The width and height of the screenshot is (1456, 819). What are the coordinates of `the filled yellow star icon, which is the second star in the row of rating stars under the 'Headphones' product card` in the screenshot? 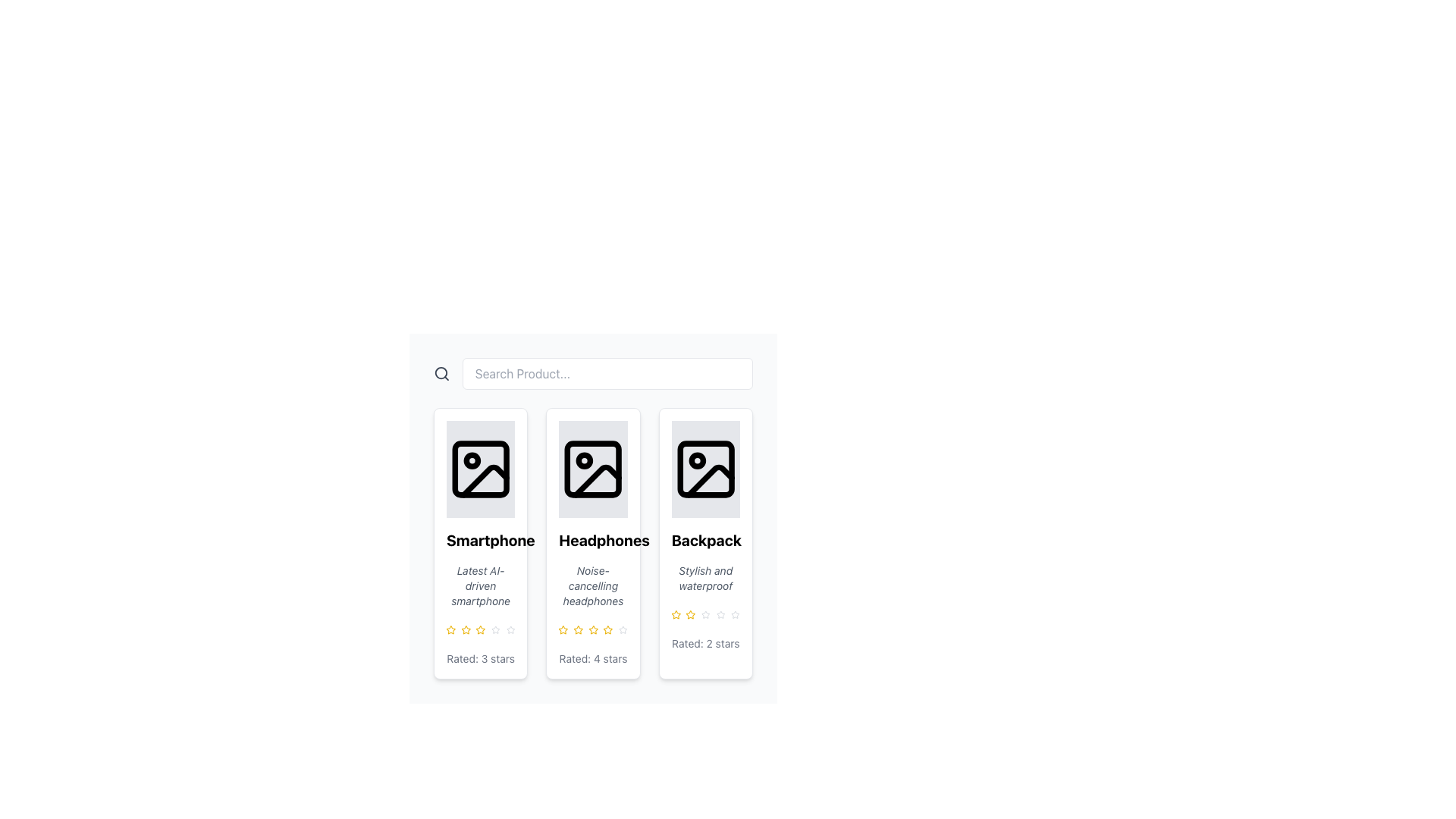 It's located at (563, 629).